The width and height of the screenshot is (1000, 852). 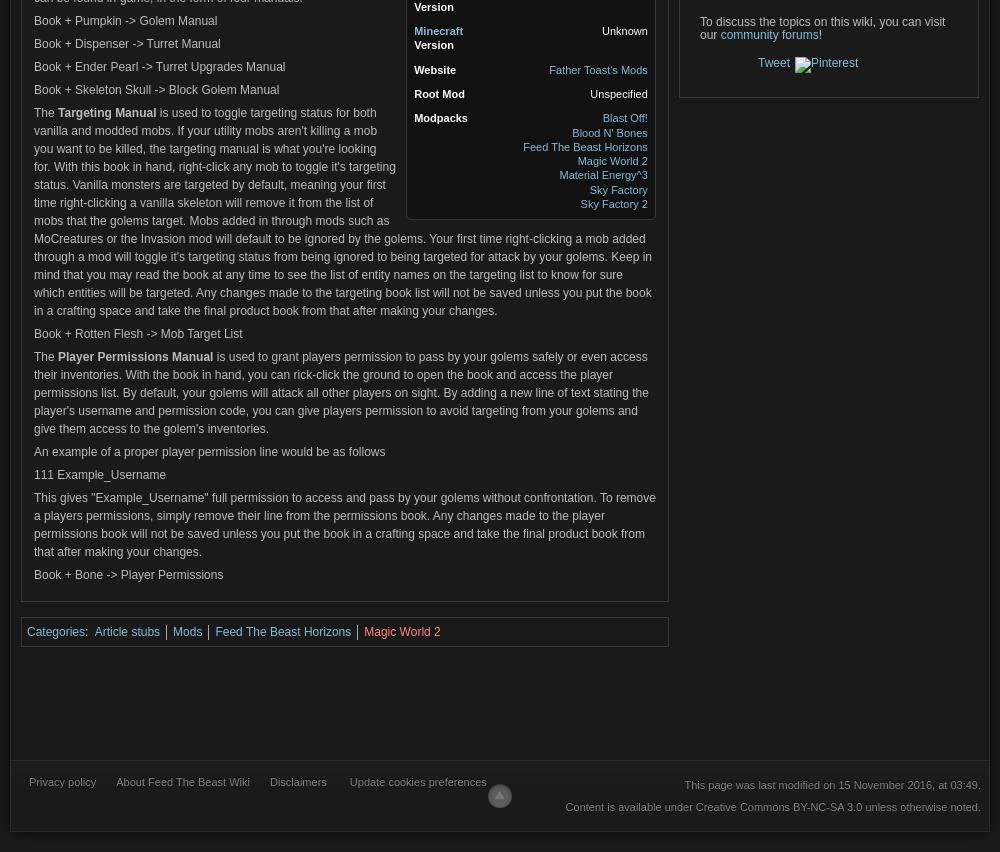 What do you see at coordinates (597, 69) in the screenshot?
I see `'Father Toast's Mods'` at bounding box center [597, 69].